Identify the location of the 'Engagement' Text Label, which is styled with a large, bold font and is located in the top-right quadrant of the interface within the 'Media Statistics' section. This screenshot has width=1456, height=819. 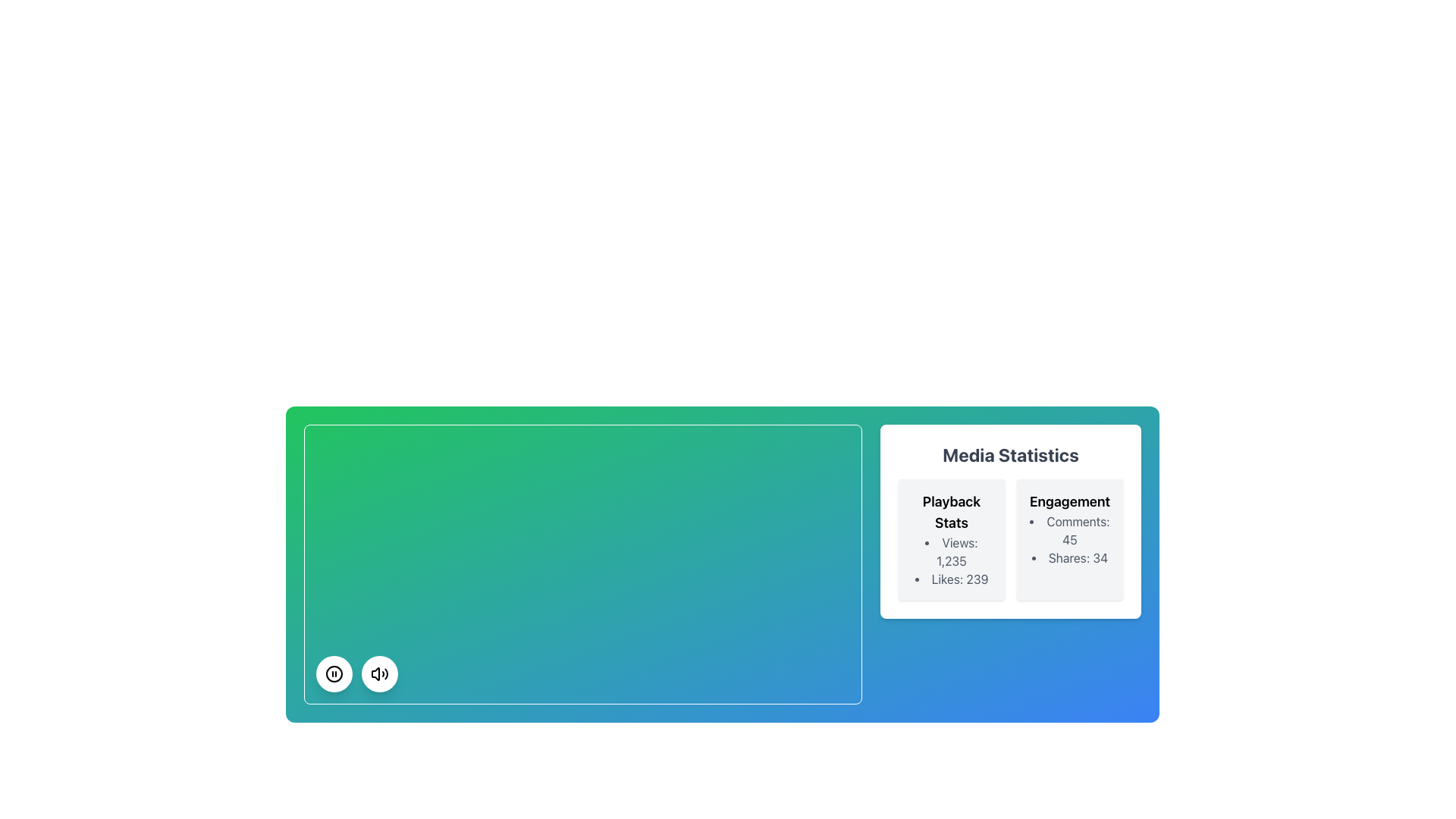
(1069, 502).